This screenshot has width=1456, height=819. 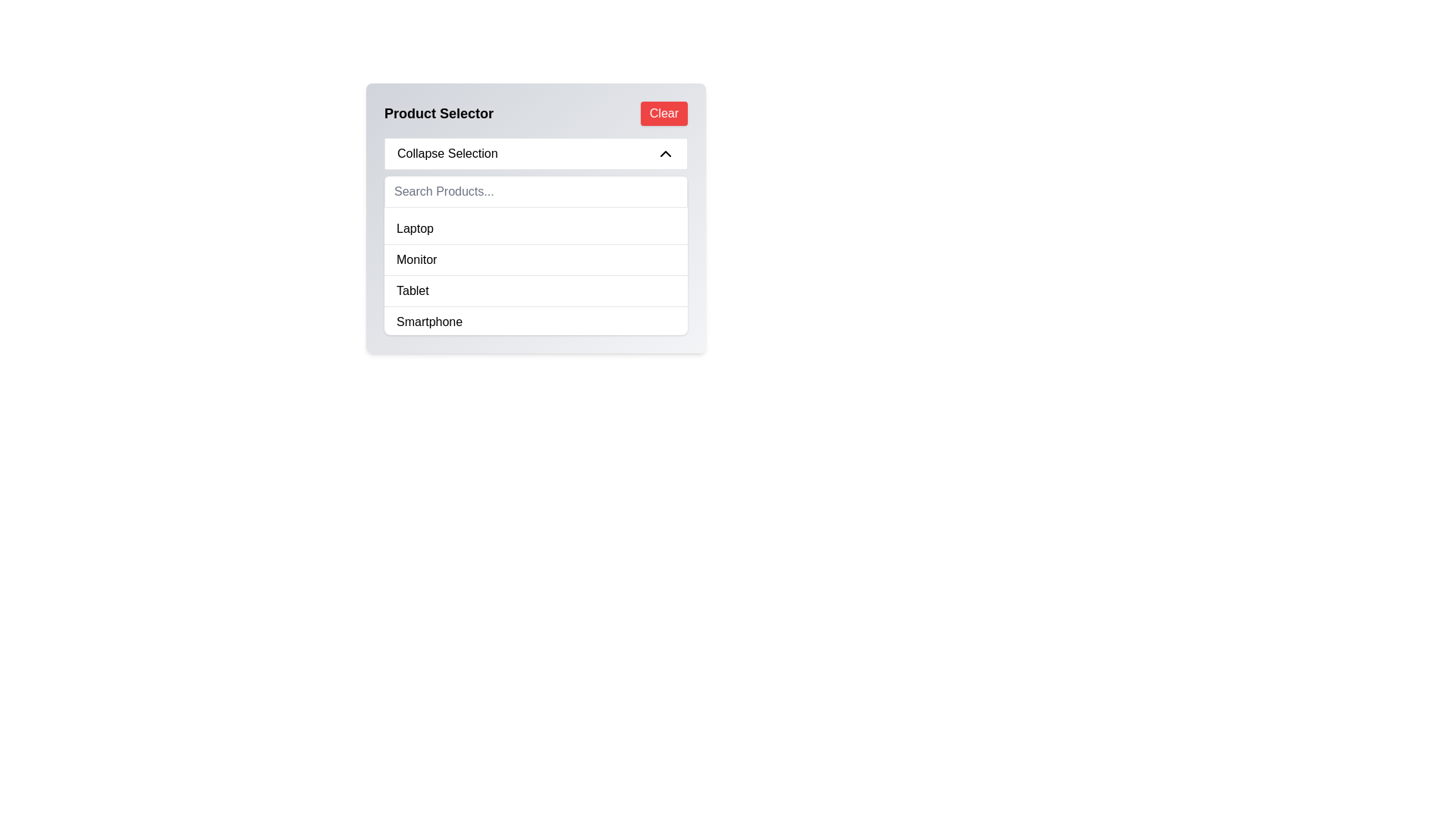 I want to click on the list item labeled 'Monitor', so click(x=535, y=259).